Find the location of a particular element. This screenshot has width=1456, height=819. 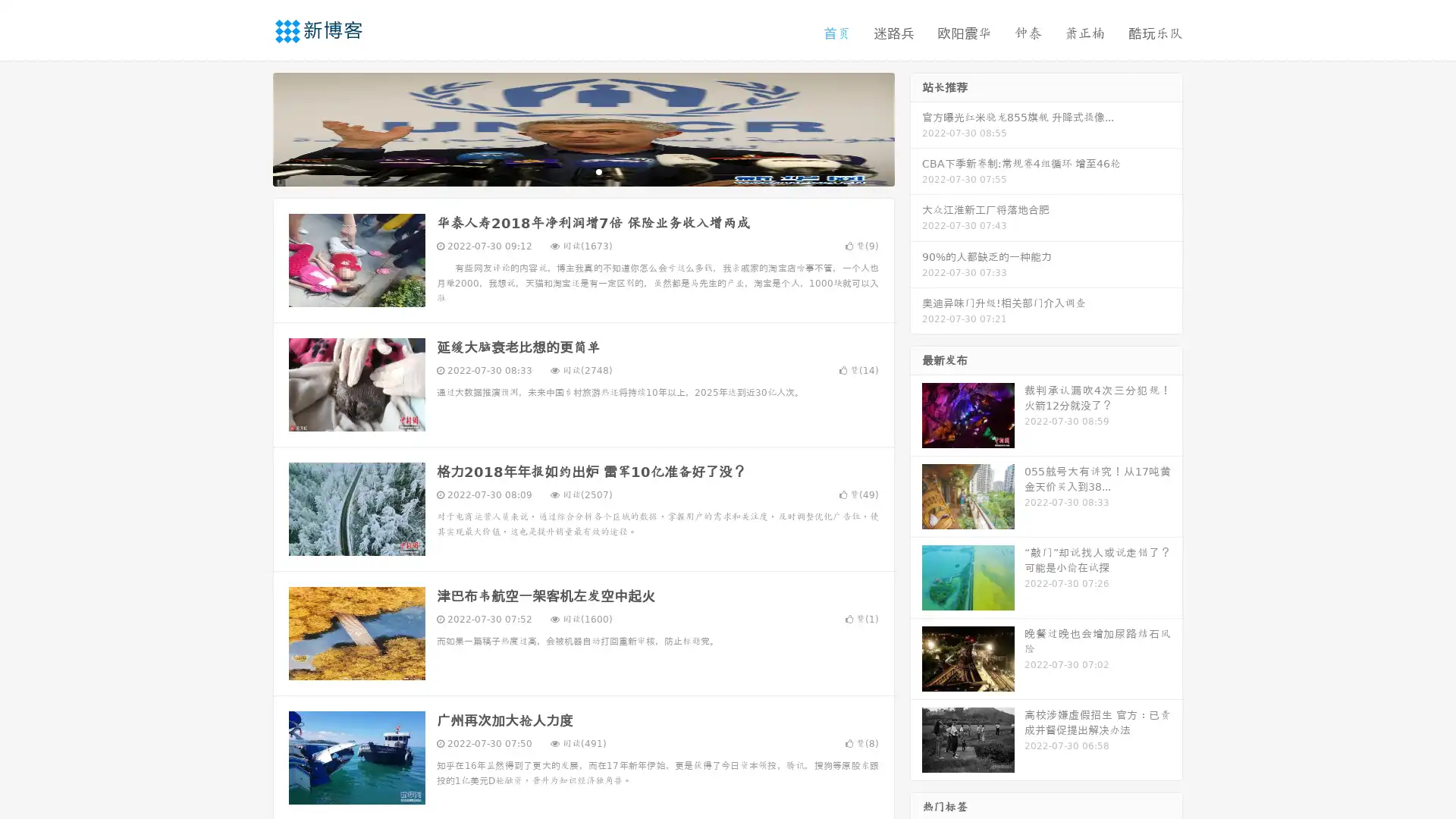

Next slide is located at coordinates (916, 127).